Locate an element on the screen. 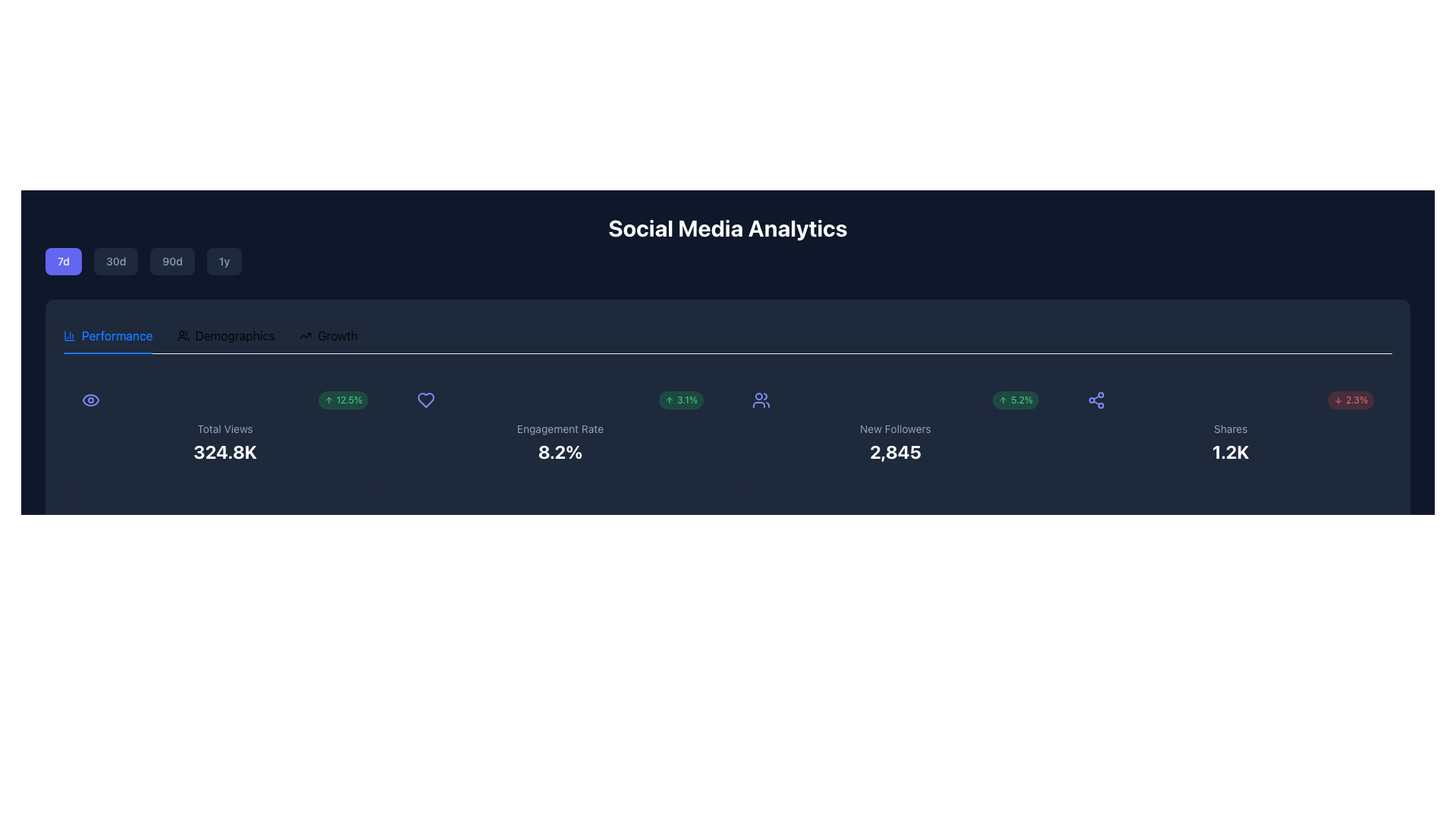 This screenshot has height=819, width=1456. the heart icon representing engagement metrics, located in the 'Engagement Rate' section between 'Total Views' and 'New Followers' is located at coordinates (425, 400).